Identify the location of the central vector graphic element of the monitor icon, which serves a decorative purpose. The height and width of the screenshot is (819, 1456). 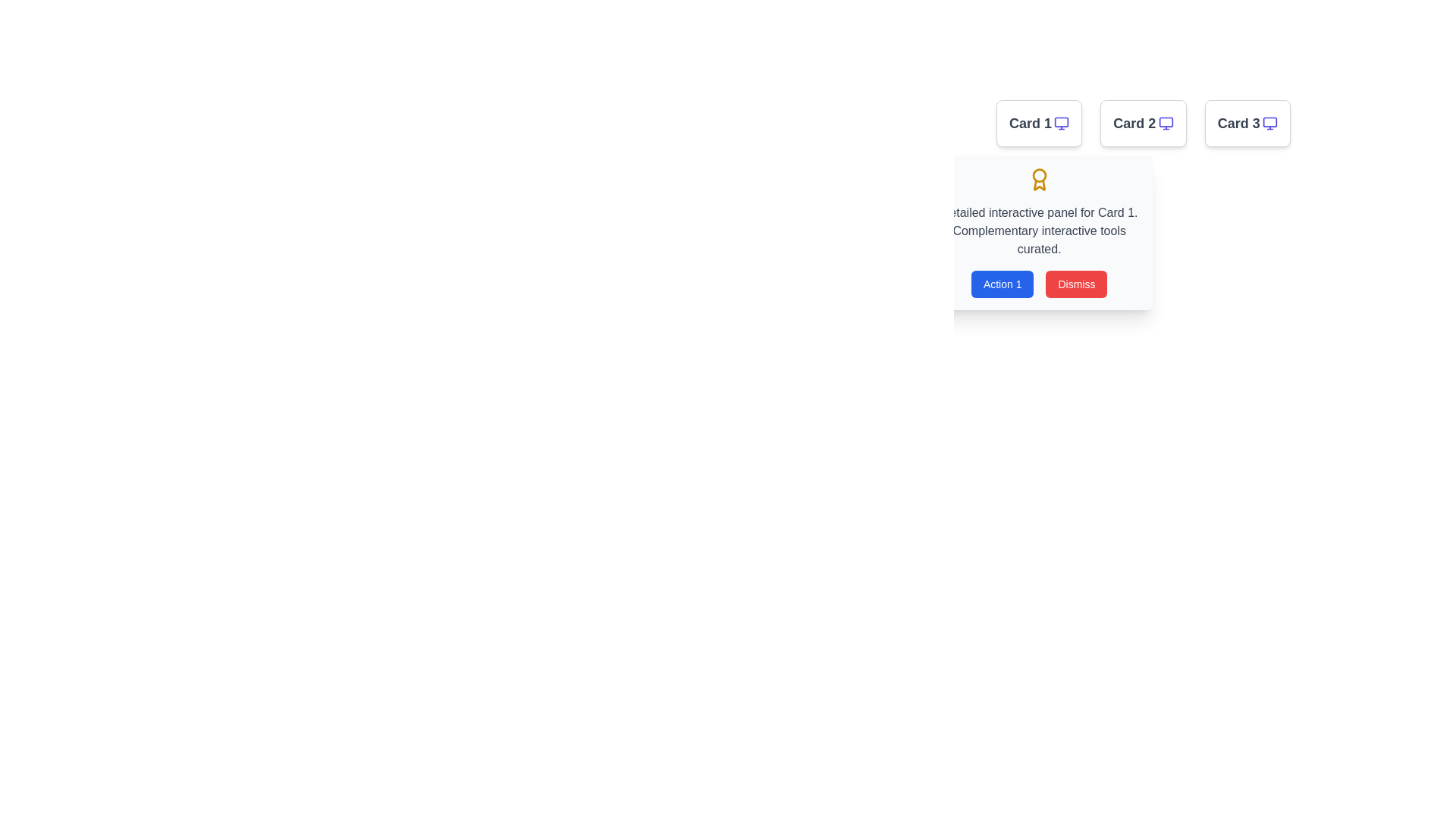
(1165, 121).